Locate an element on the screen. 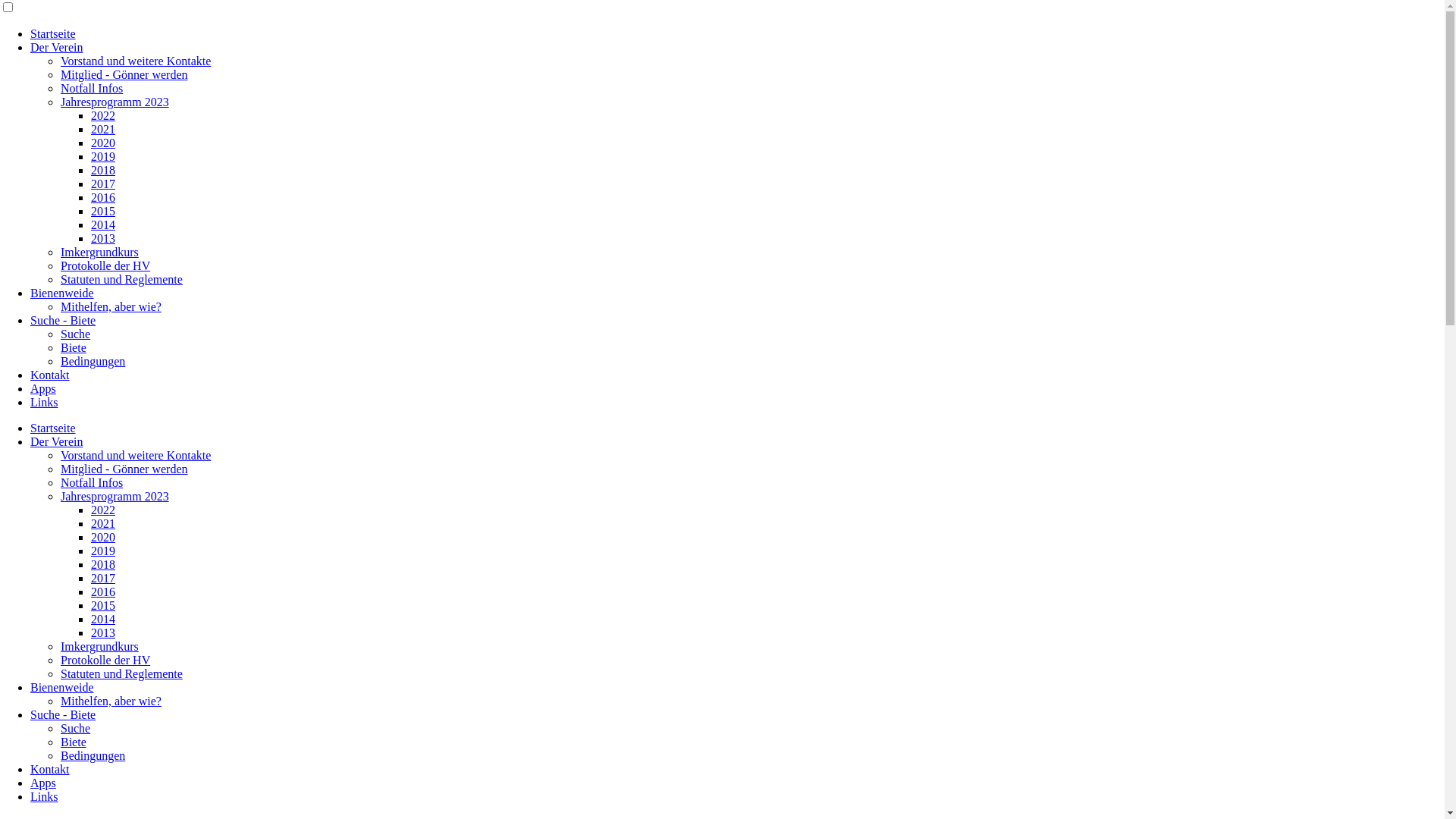  'Suche - Biete' is located at coordinates (30, 319).